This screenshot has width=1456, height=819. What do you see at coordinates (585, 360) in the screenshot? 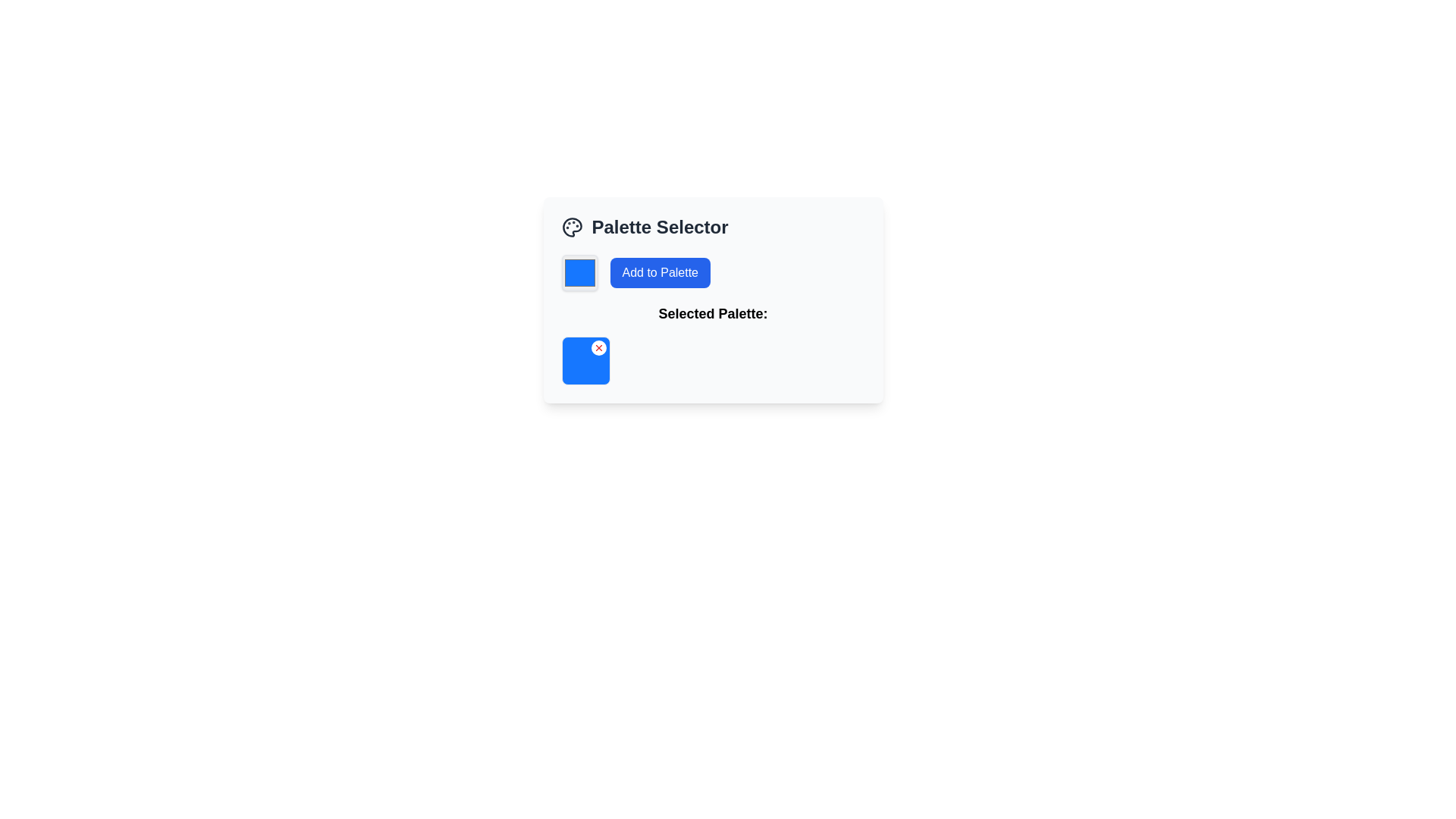
I see `the Color palette item with a vivid blue background and a removal button featuring a red 'X' symbol` at bounding box center [585, 360].